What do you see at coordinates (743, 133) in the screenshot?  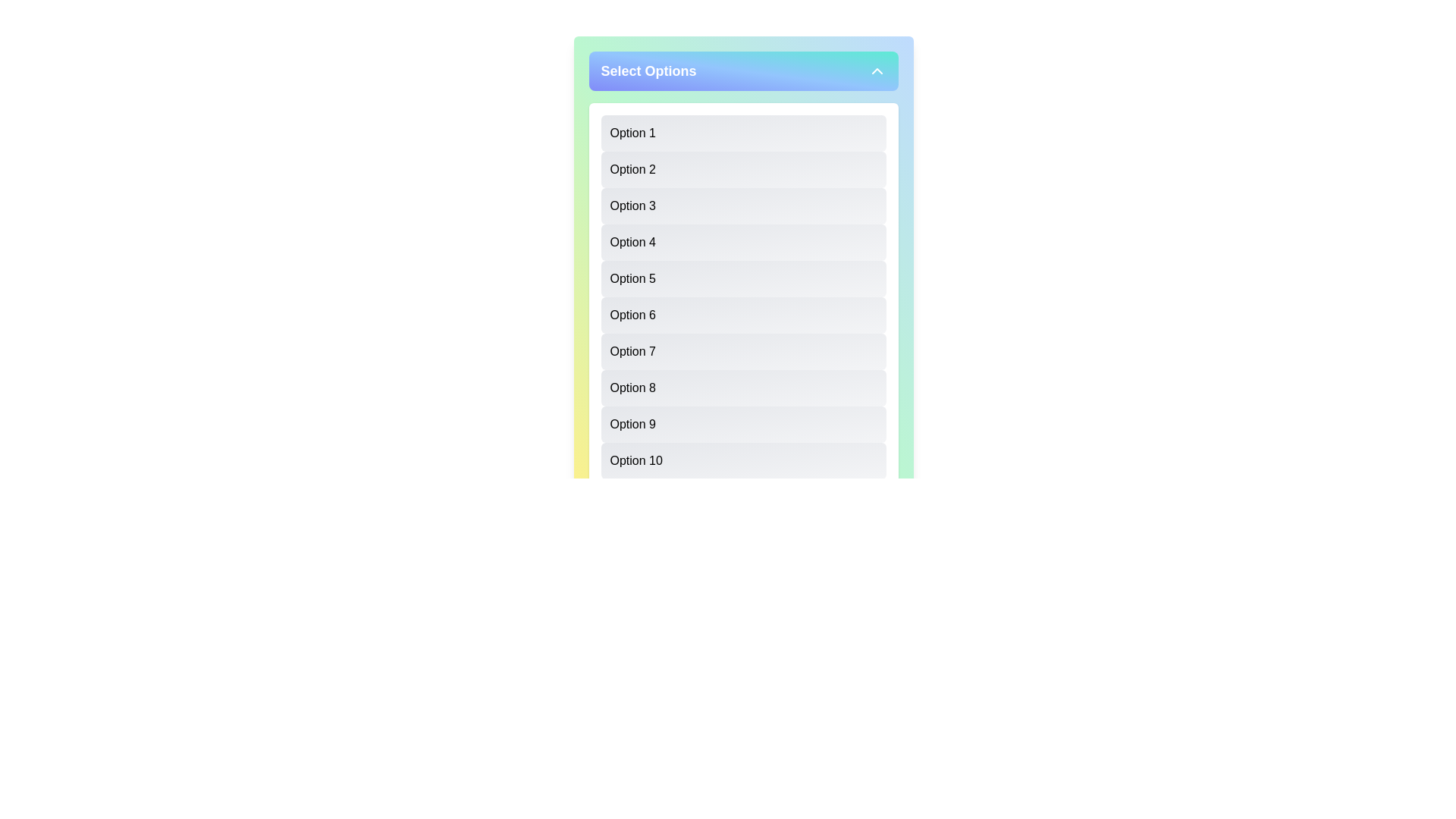 I see `the first selectable list item under the 'Select Options' header` at bounding box center [743, 133].